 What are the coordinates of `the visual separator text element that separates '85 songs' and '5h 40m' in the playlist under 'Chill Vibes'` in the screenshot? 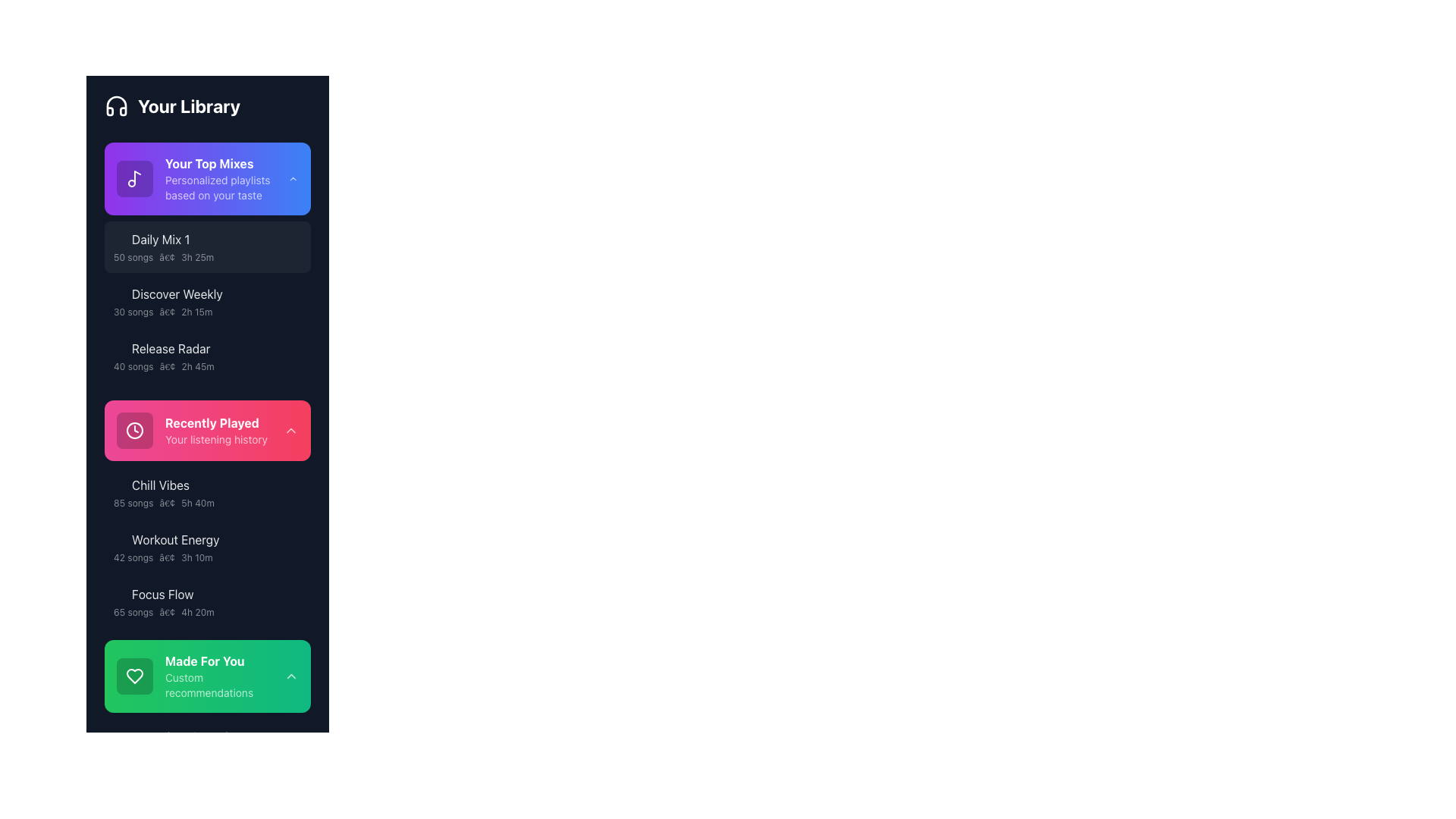 It's located at (167, 503).